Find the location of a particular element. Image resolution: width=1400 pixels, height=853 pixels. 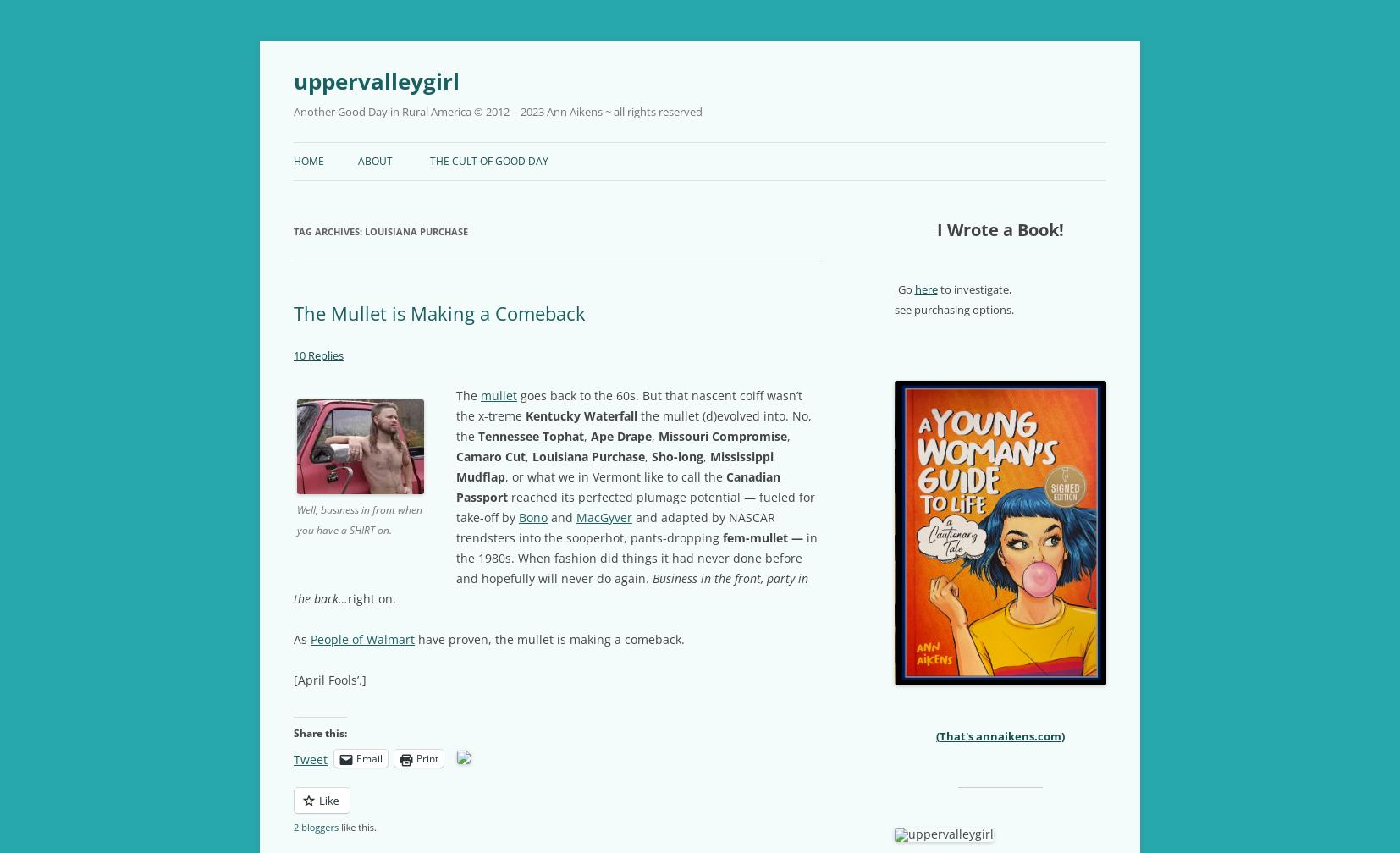

'Tweet' is located at coordinates (310, 759).